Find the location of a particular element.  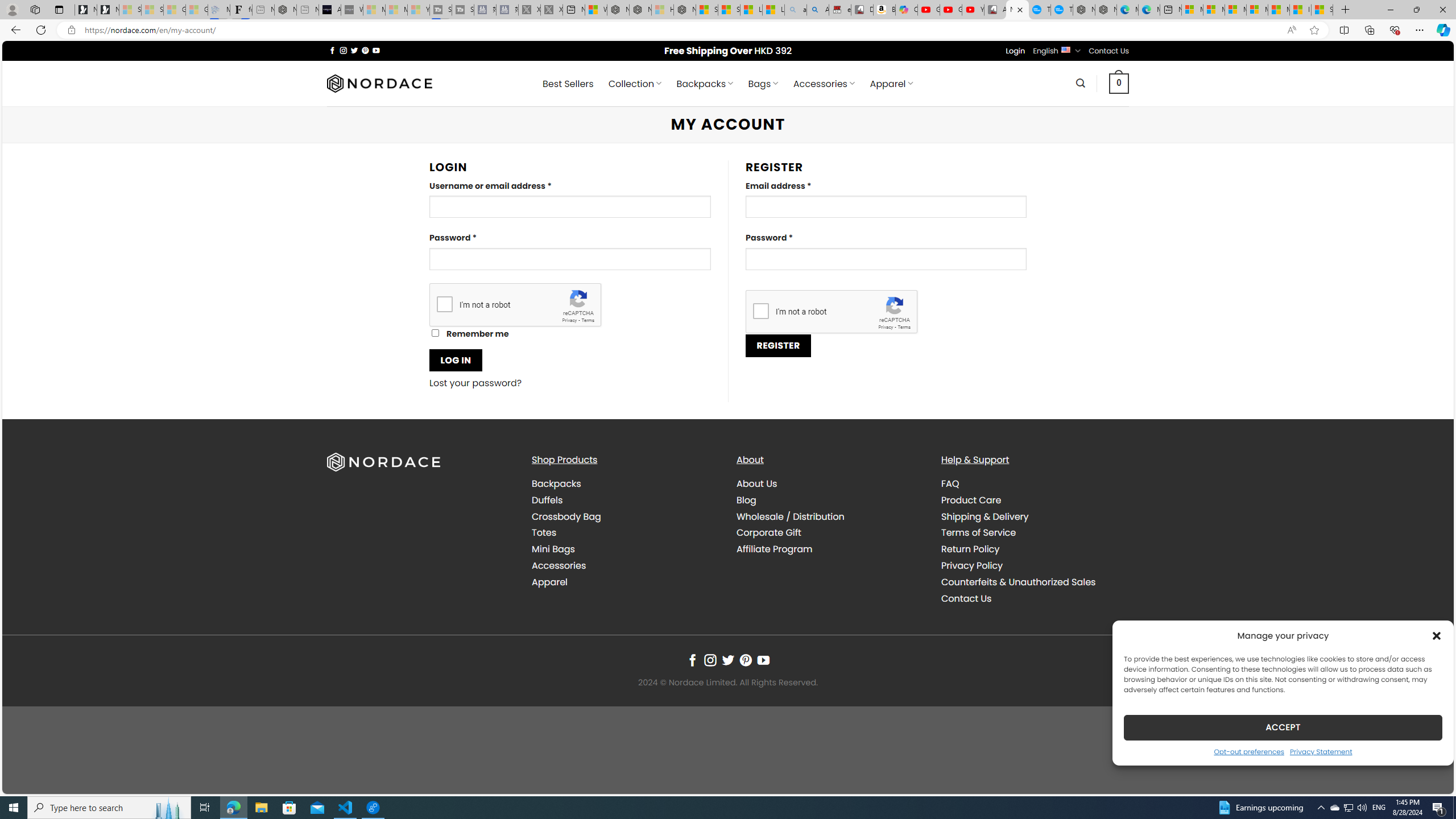

'Backpacks' is located at coordinates (556, 483).